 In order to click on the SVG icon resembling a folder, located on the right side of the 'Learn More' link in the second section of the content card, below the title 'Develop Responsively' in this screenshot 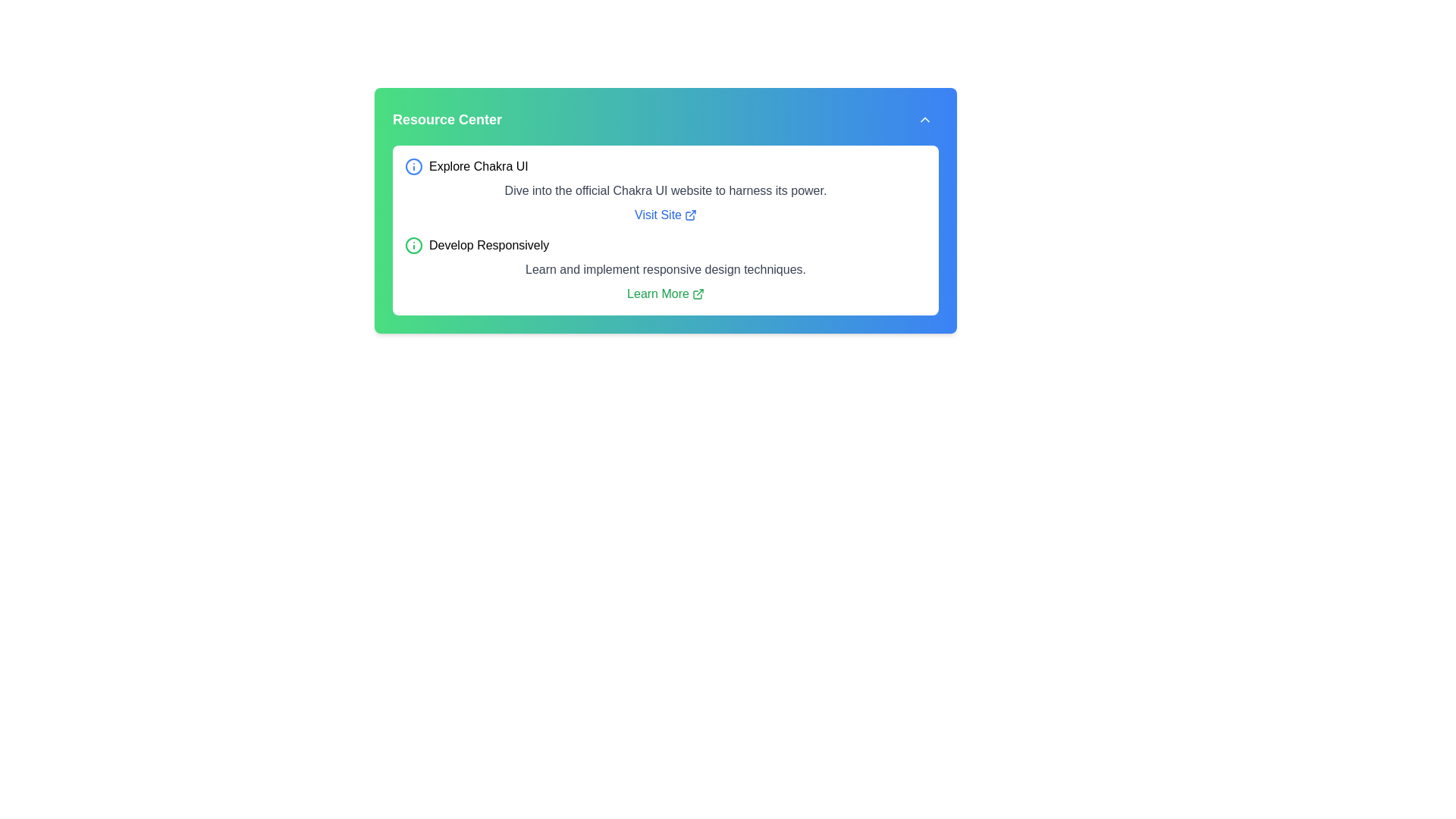, I will do `click(696, 295)`.